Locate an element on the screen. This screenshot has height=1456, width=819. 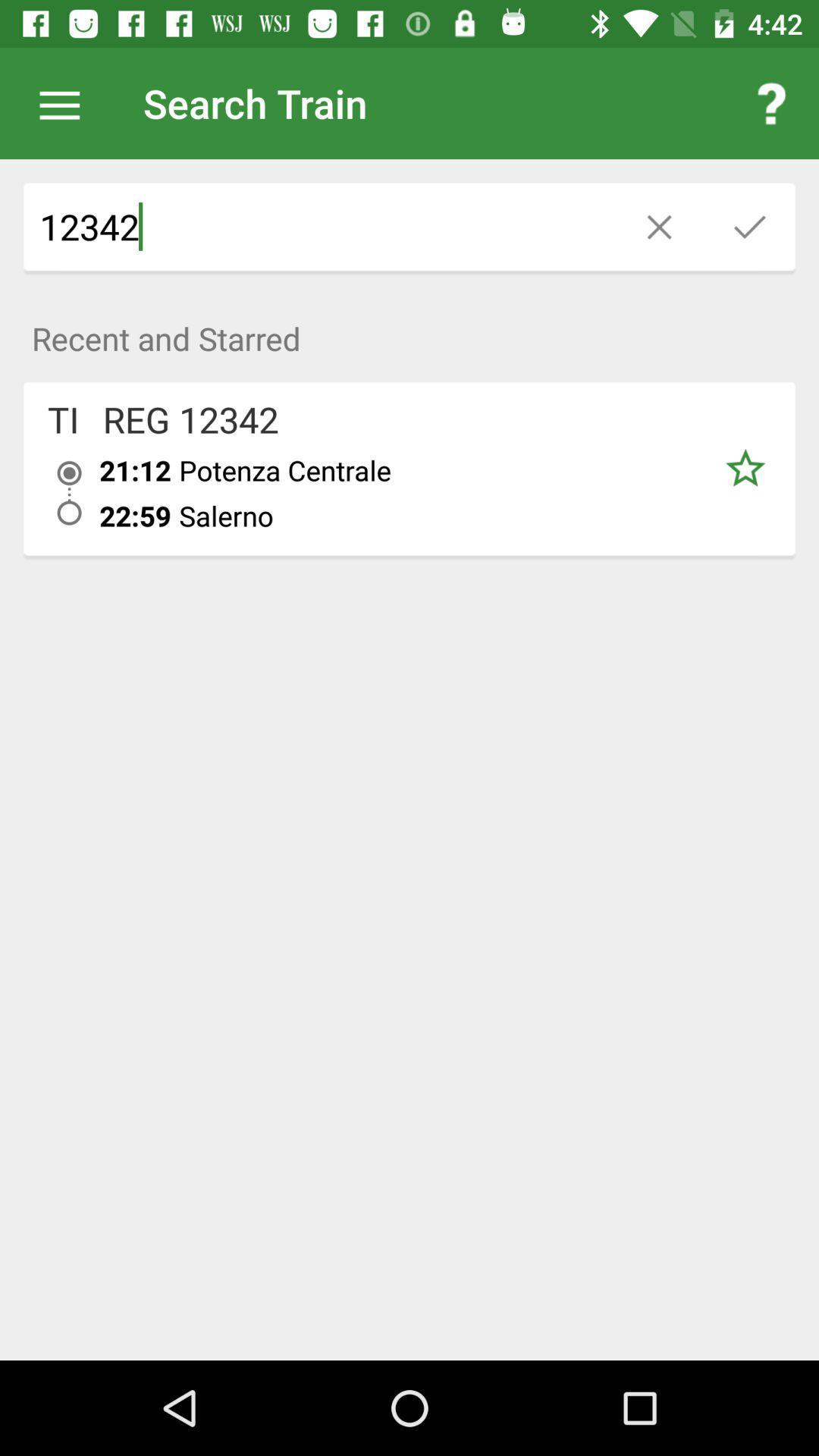
options is located at coordinates (67, 102).